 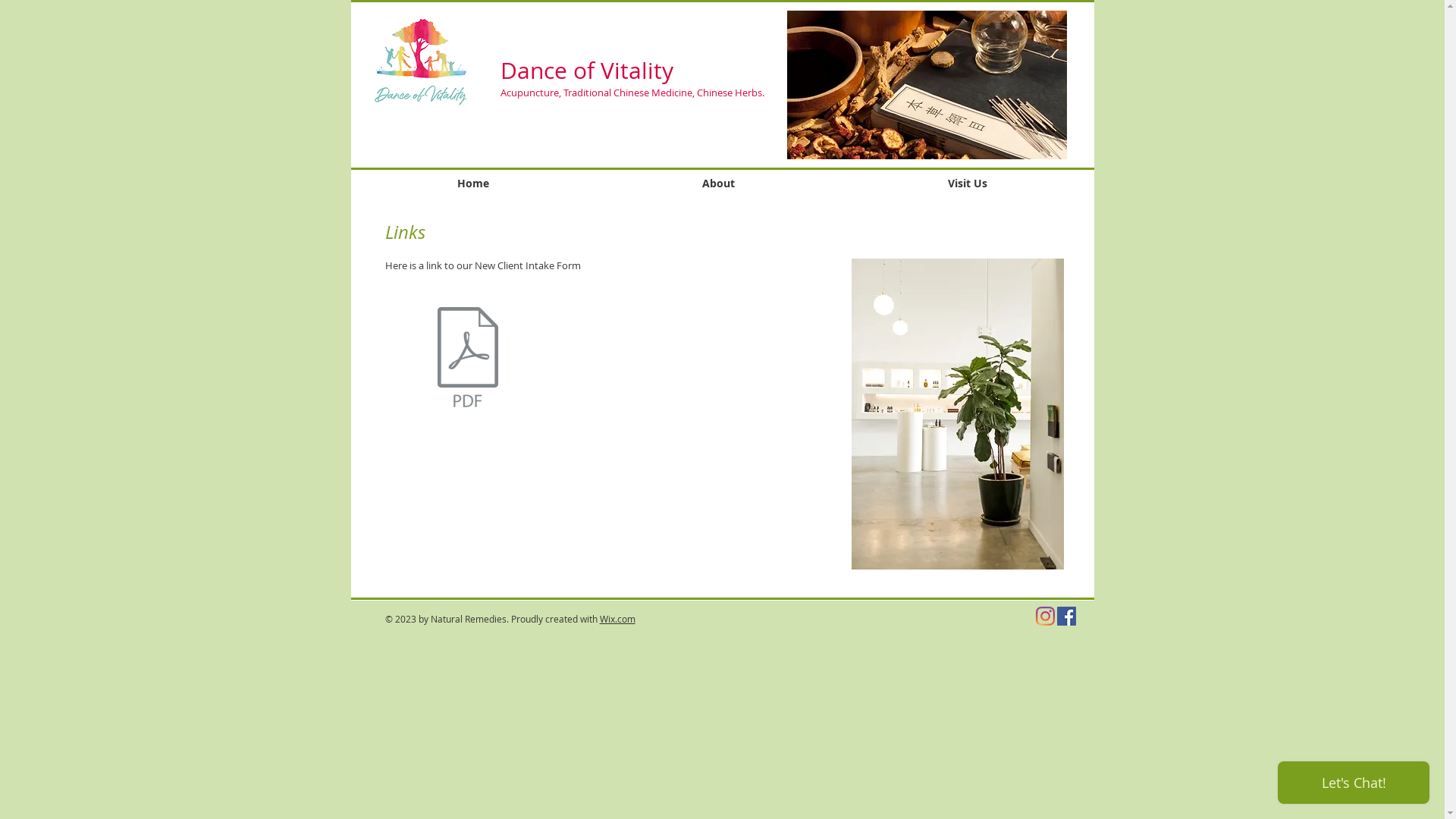 I want to click on 'New Client Intake Form 2020.pdf', so click(x=467, y=359).